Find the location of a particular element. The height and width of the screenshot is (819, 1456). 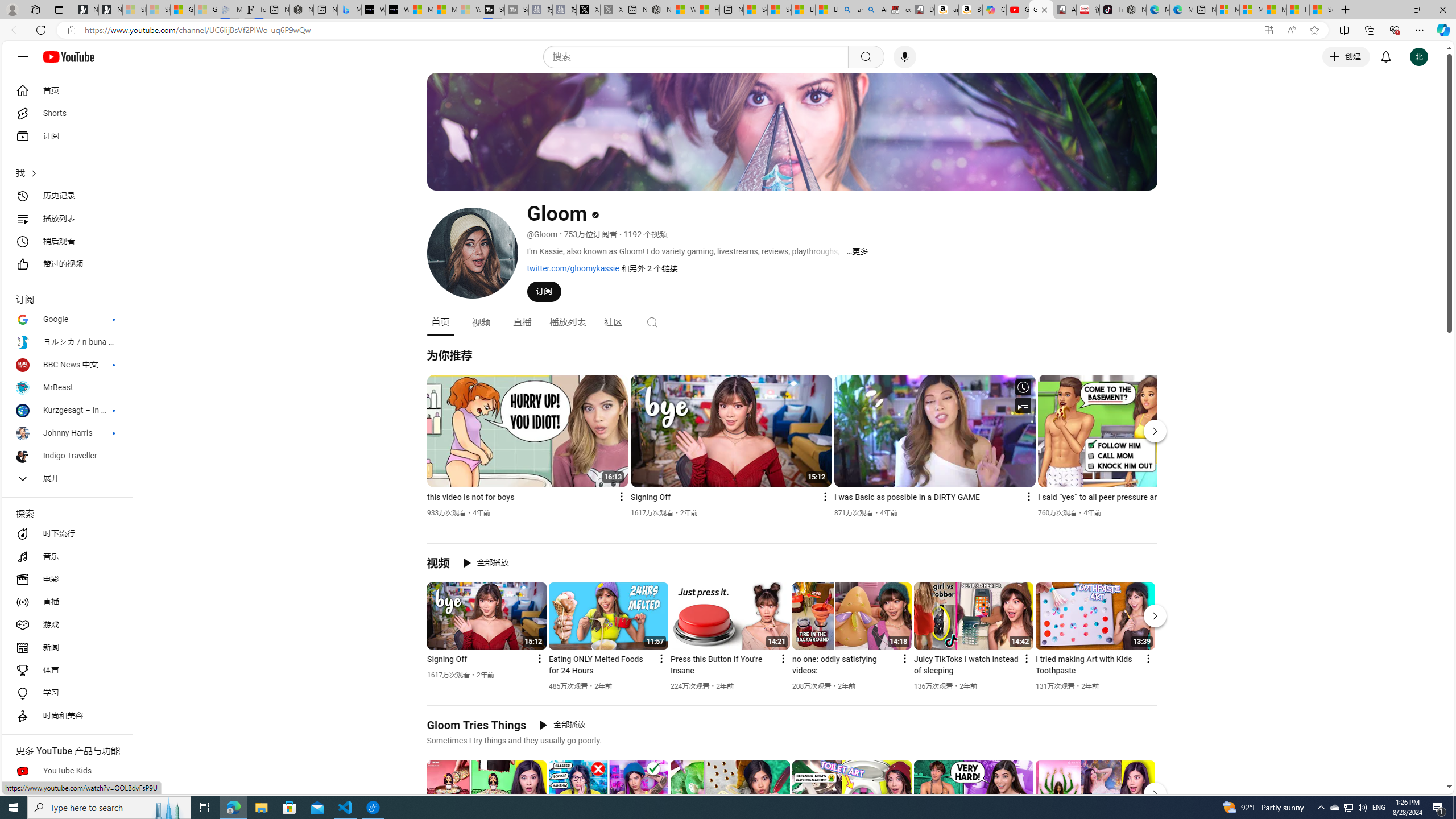

'Gloom - YouTube' is located at coordinates (1041, 9).